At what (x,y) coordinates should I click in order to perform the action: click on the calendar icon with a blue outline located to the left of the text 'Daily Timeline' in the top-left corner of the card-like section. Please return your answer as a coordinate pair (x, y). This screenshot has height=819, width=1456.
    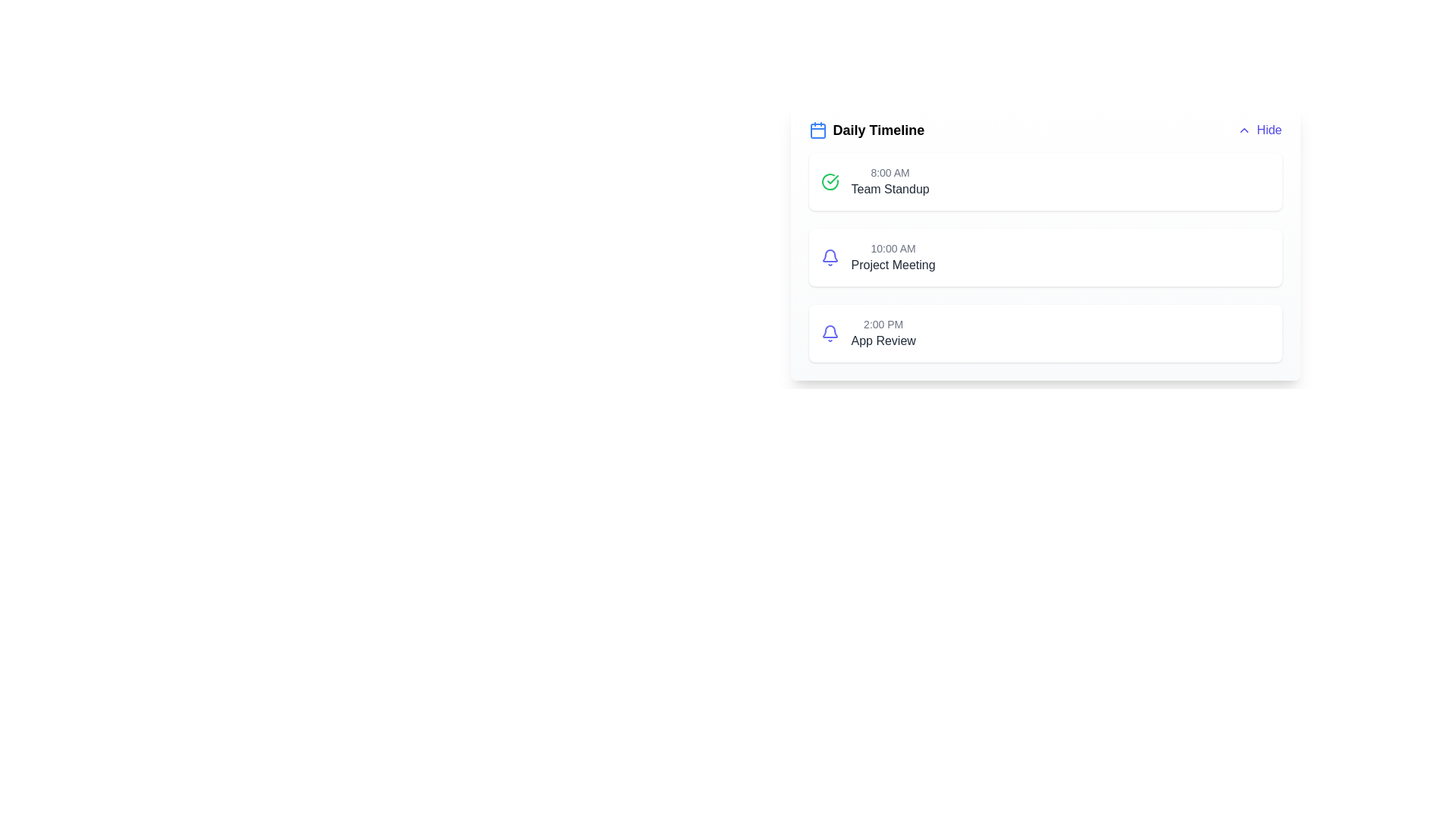
    Looking at the image, I should click on (817, 130).